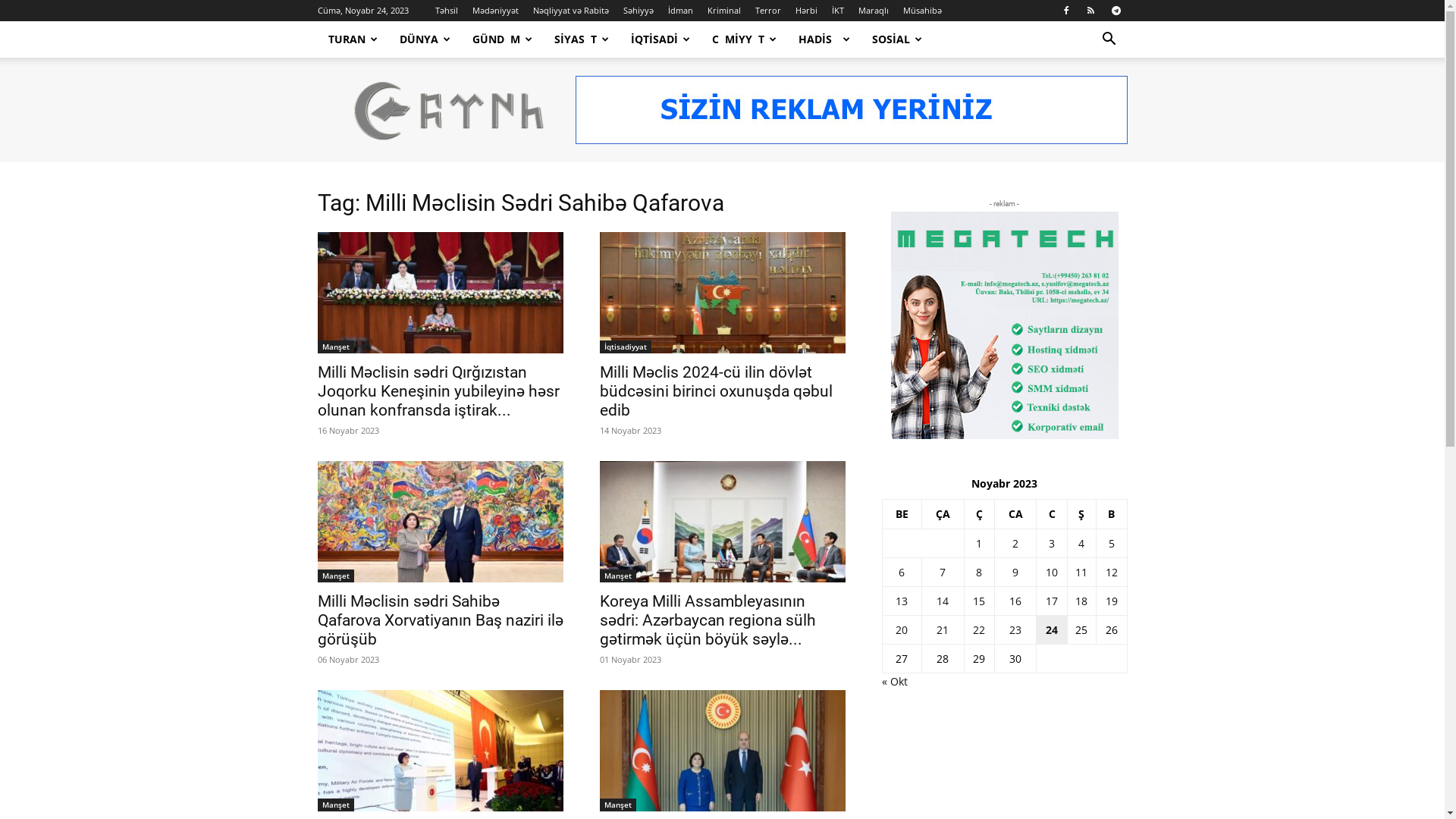 Image resolution: width=1456 pixels, height=819 pixels. What do you see at coordinates (1111, 542) in the screenshot?
I see `'5'` at bounding box center [1111, 542].